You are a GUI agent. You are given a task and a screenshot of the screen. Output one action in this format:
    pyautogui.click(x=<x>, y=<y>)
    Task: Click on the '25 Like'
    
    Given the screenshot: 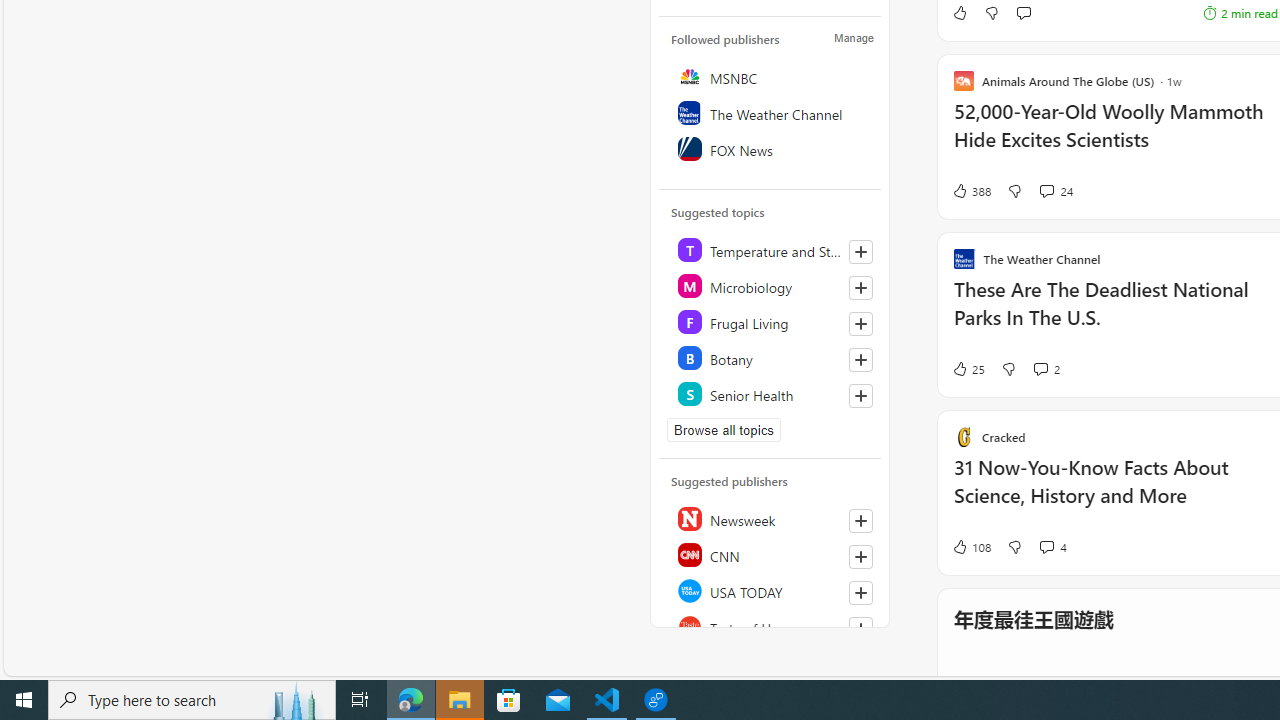 What is the action you would take?
    pyautogui.click(x=968, y=368)
    